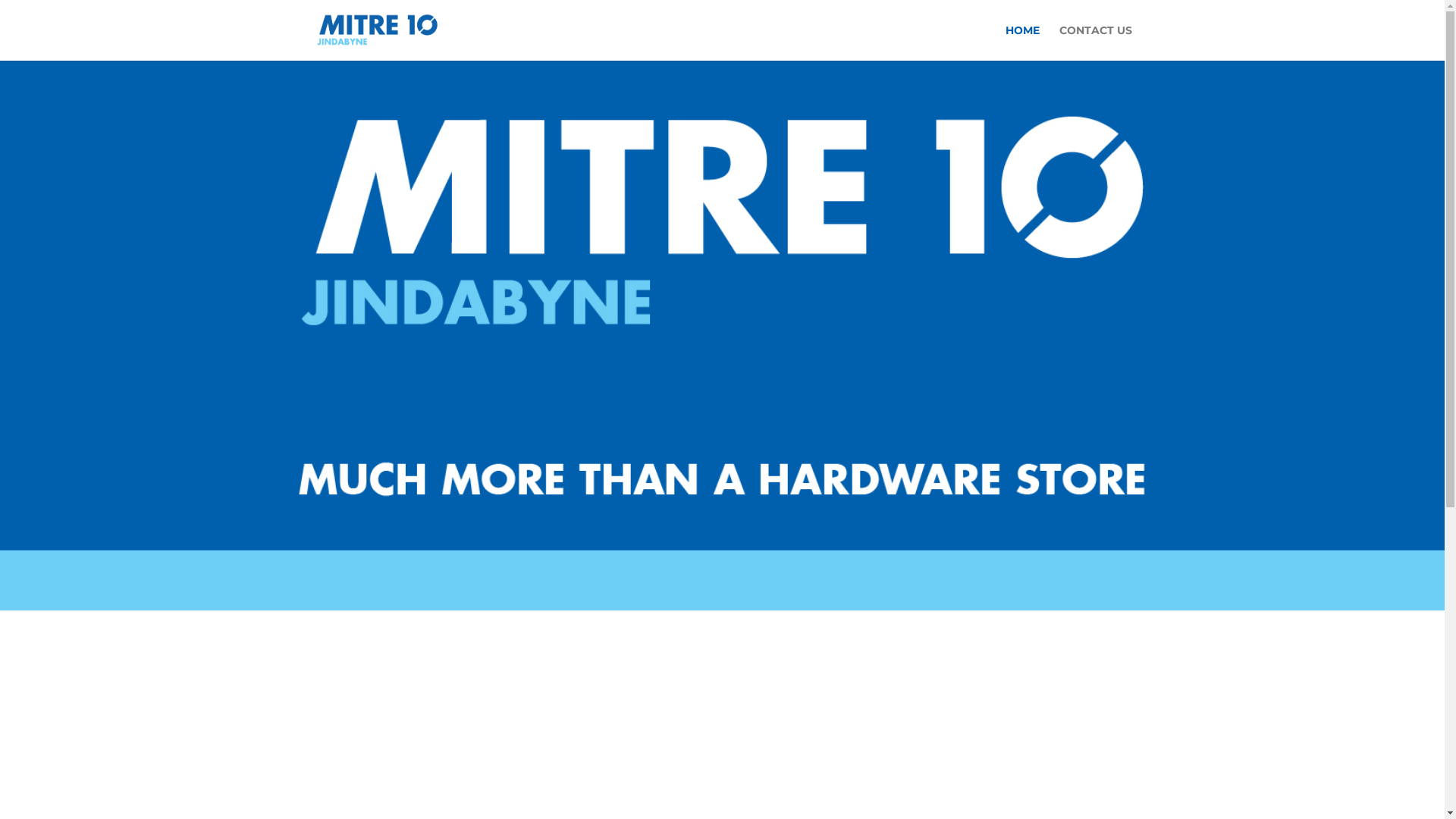 This screenshot has width=1456, height=819. Describe the element at coordinates (1095, 42) in the screenshot. I see `'CONTACT US'` at that location.